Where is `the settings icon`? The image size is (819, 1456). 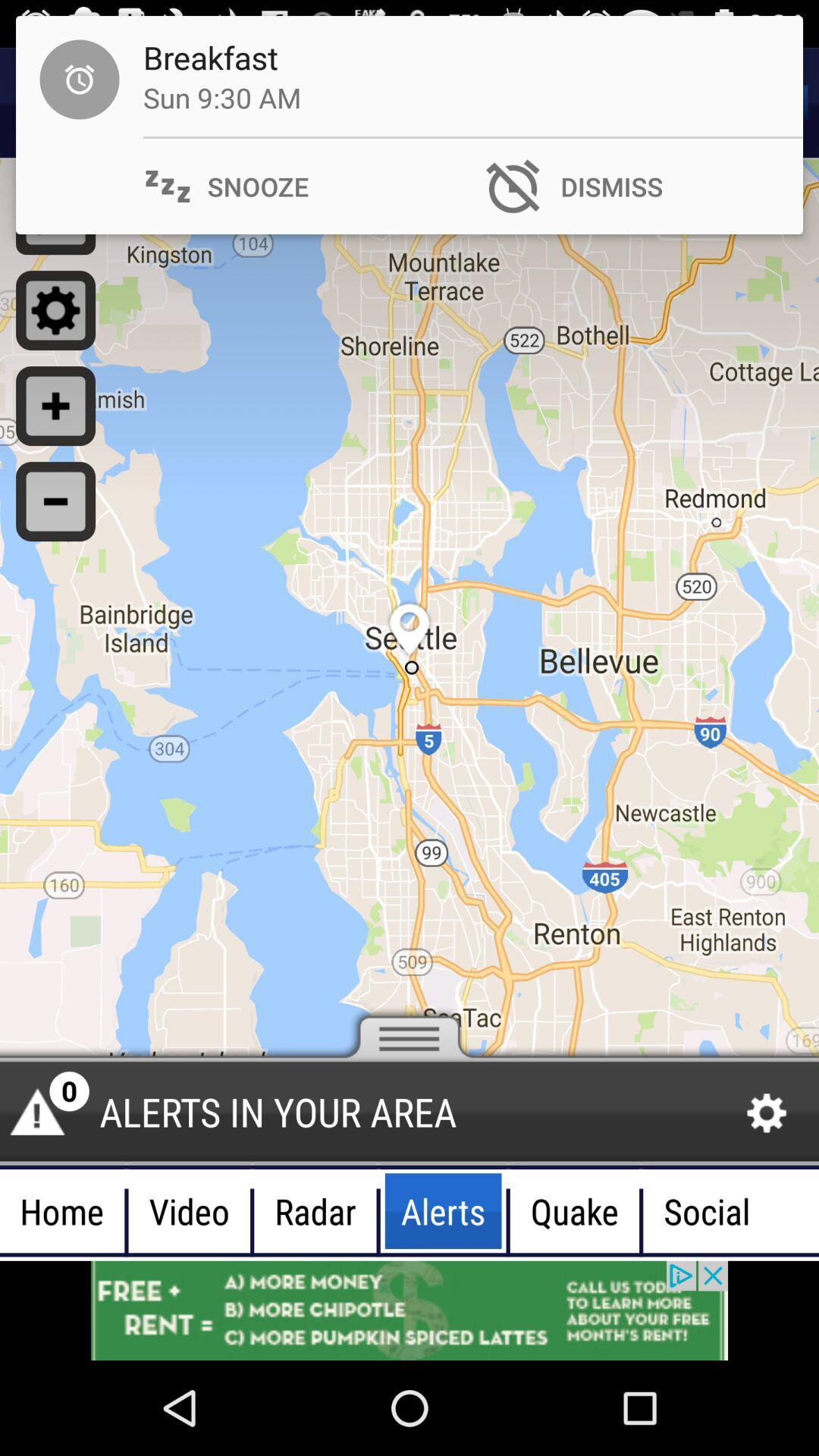
the settings icon is located at coordinates (767, 1113).